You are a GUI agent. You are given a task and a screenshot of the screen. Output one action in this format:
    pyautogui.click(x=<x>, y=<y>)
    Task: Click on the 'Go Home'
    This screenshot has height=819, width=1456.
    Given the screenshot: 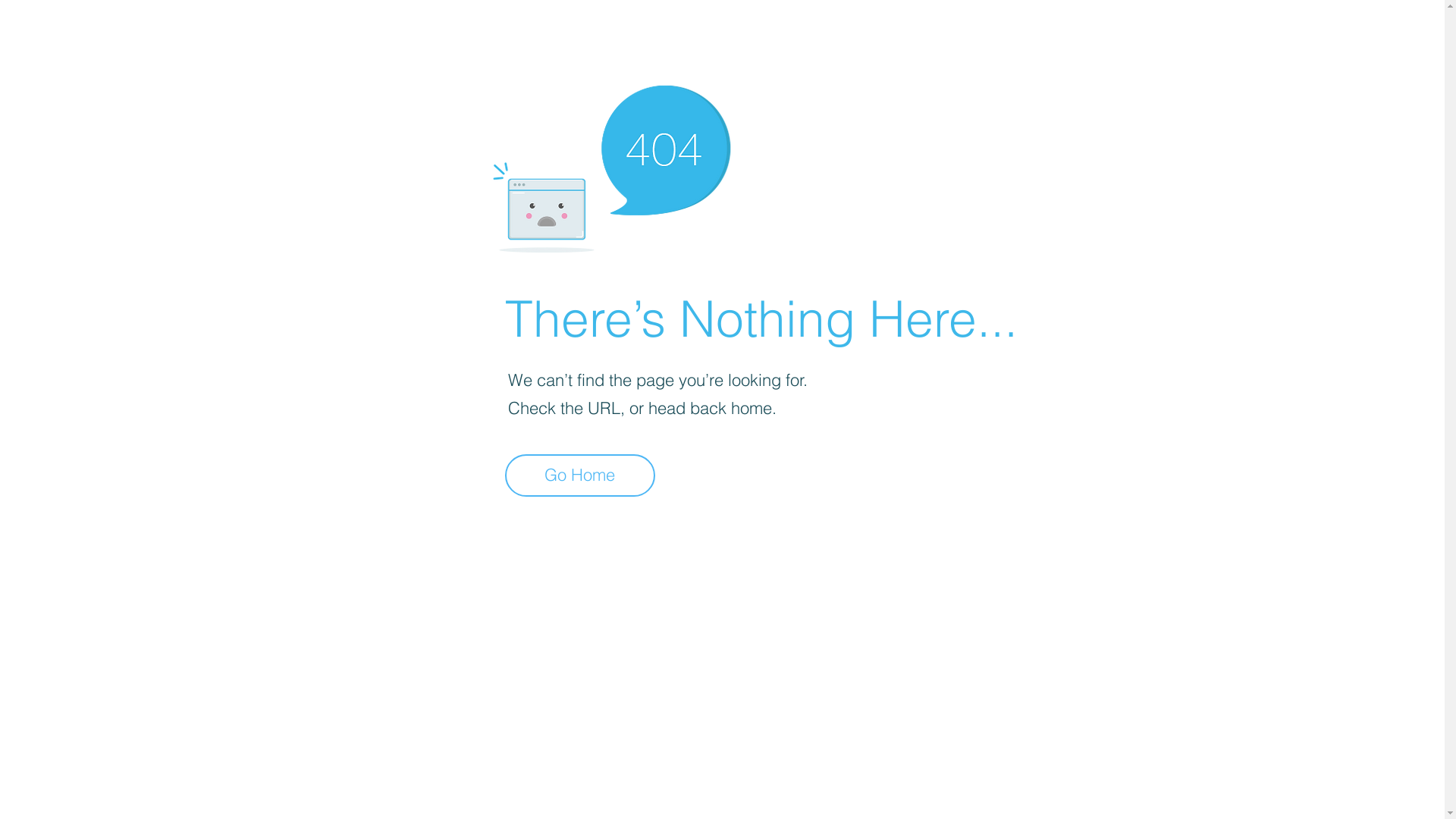 What is the action you would take?
    pyautogui.click(x=579, y=475)
    